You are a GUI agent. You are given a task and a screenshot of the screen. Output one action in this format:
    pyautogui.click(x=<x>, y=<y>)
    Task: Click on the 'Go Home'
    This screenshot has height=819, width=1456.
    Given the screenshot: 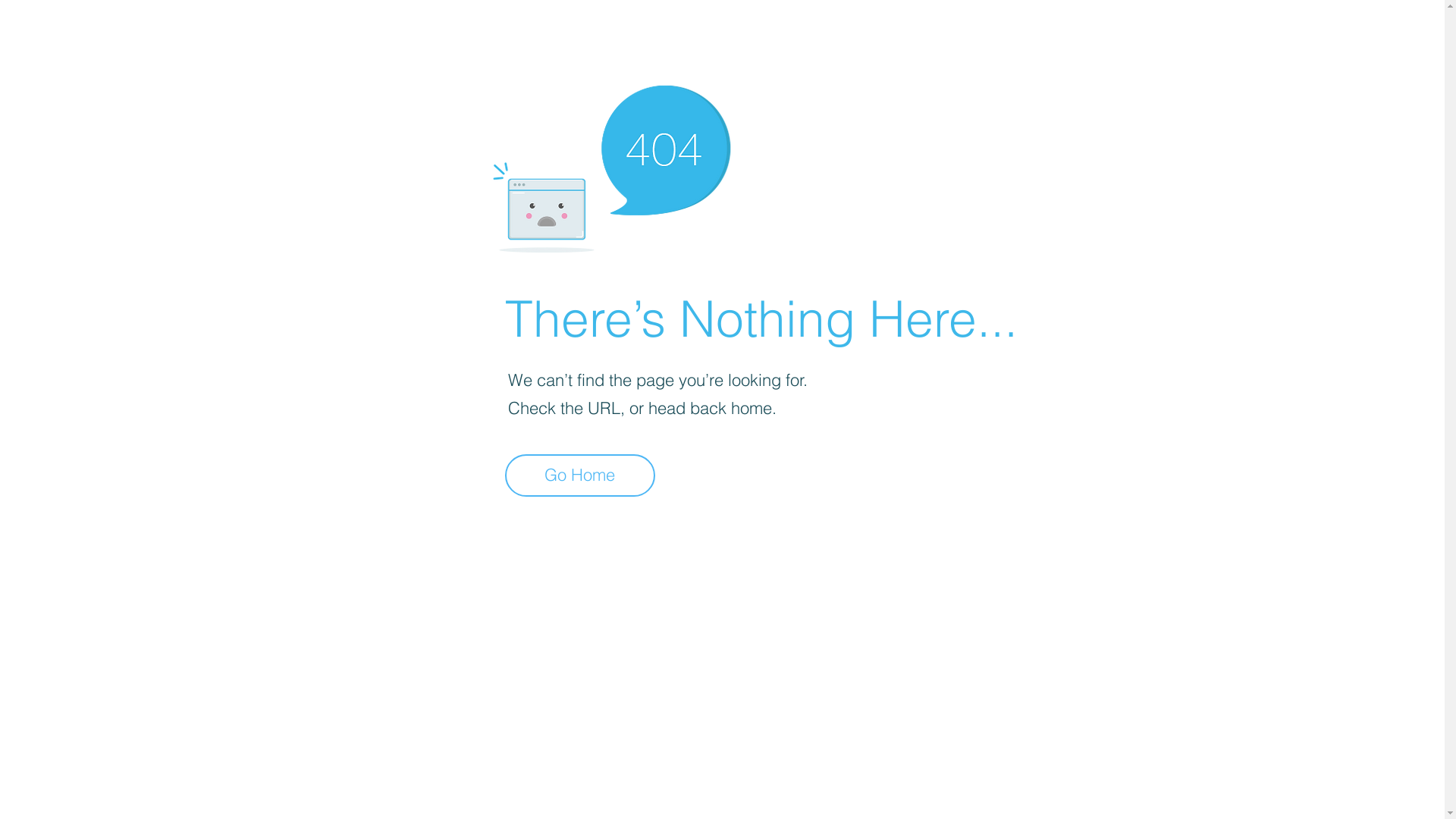 What is the action you would take?
    pyautogui.click(x=579, y=475)
    